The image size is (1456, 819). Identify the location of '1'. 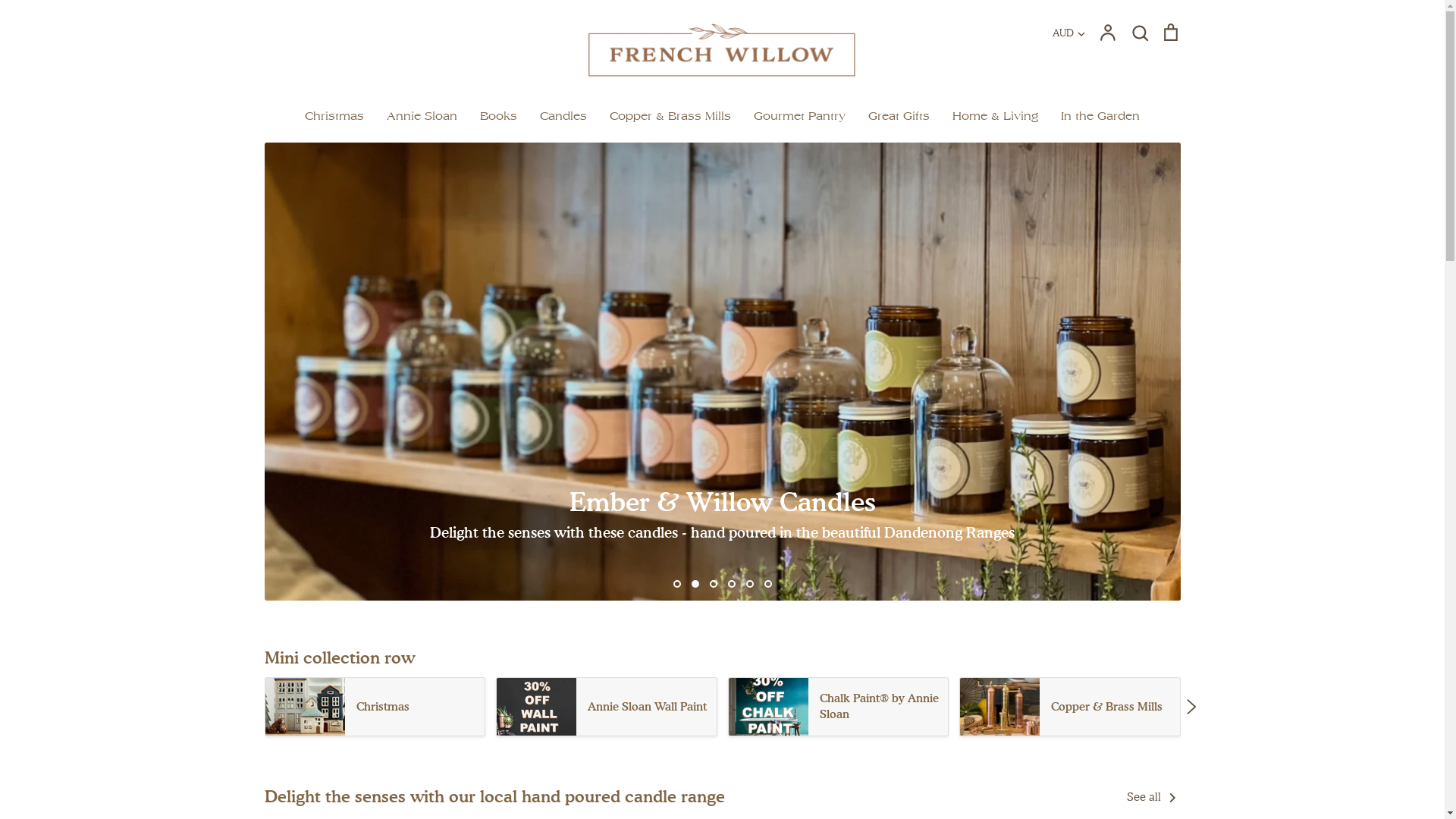
(673, 583).